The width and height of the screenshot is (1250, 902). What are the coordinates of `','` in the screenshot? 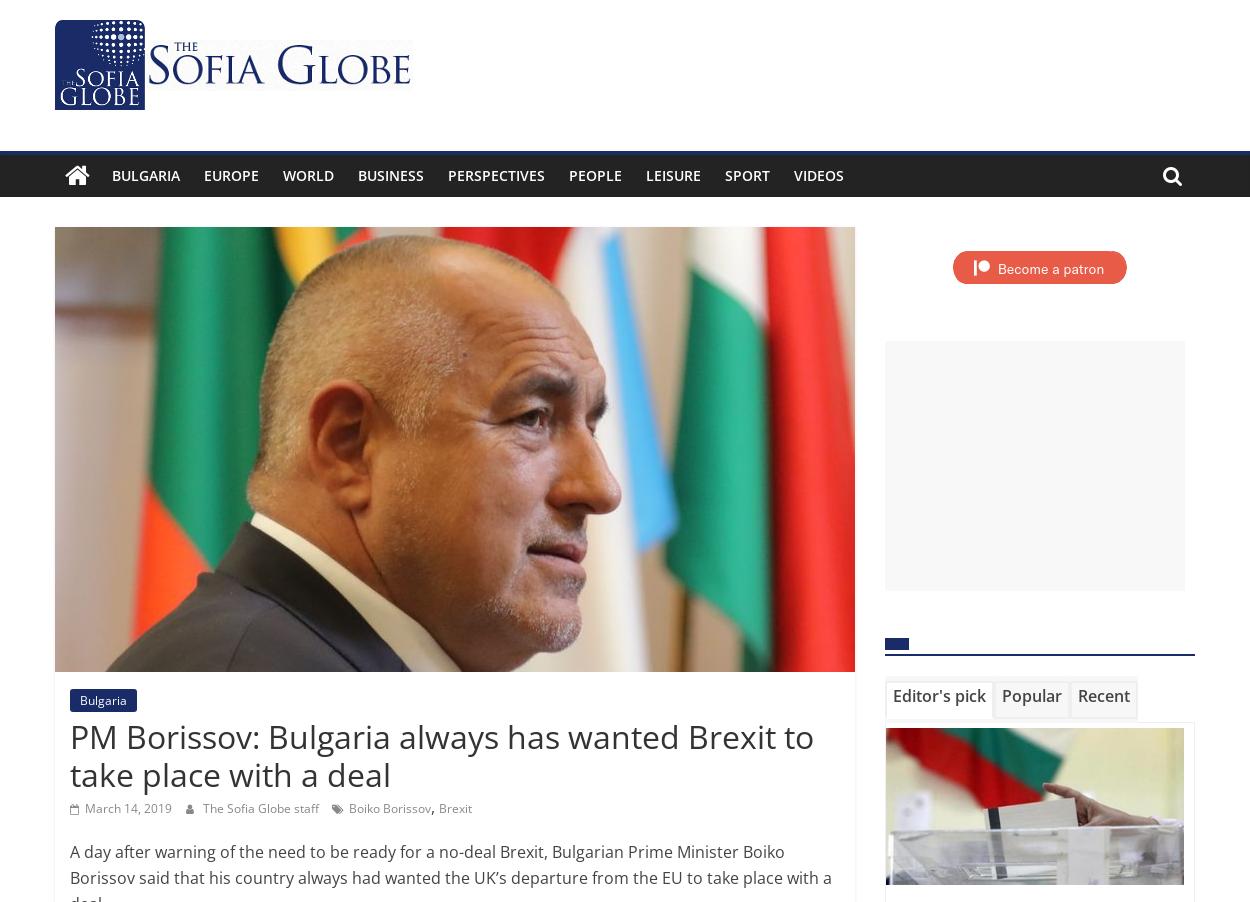 It's located at (431, 805).